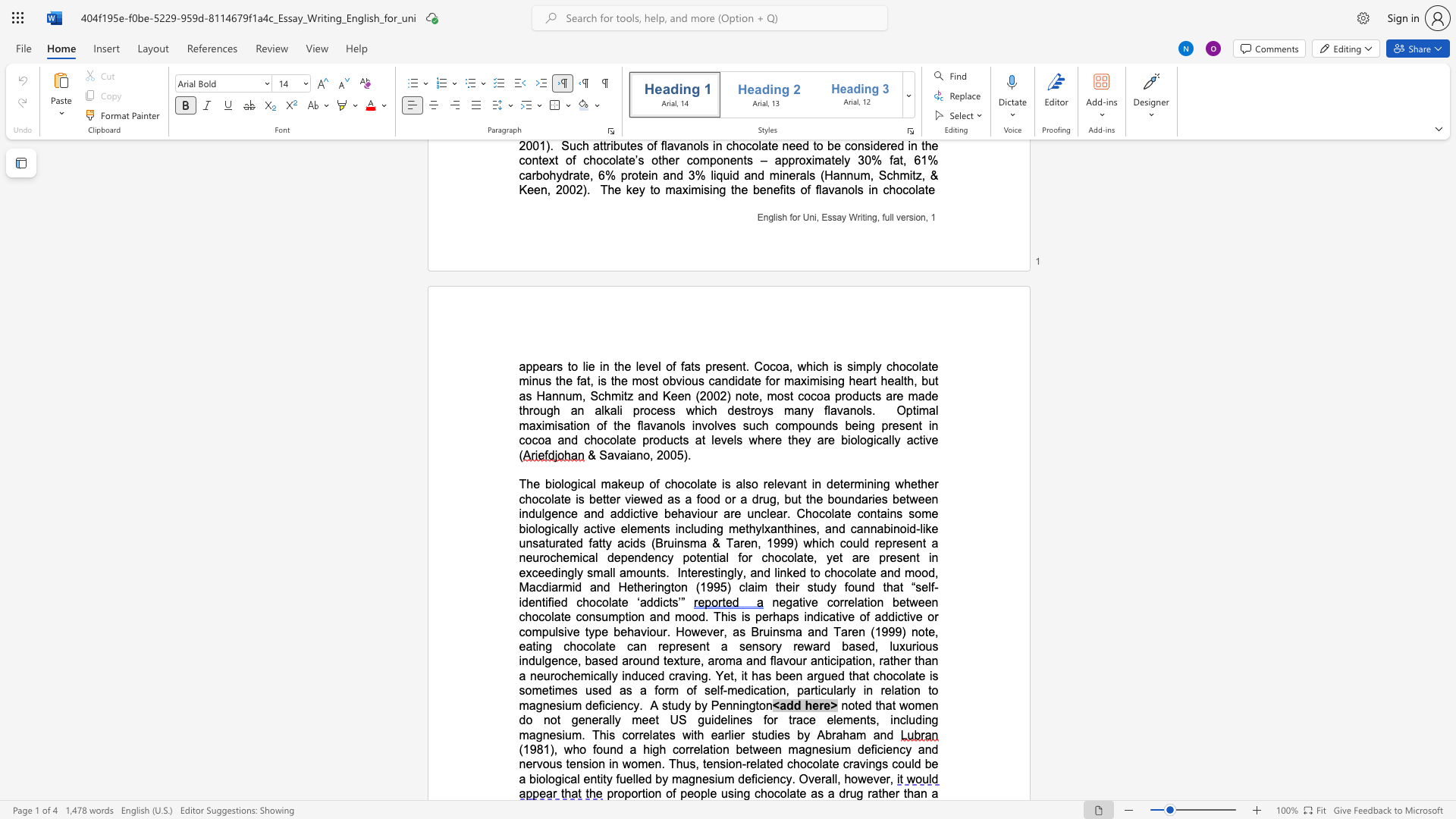  Describe the element at coordinates (761, 748) in the screenshot. I see `the subset text "een magnesium deficiency" within the text "(1981), who found a high correlation between magnesium deficiency and nervous tension in women. Thus, tension-related chocolate cravings could be a biological entity fuelled by magnesium deficiency. Overall, however,"` at that location.